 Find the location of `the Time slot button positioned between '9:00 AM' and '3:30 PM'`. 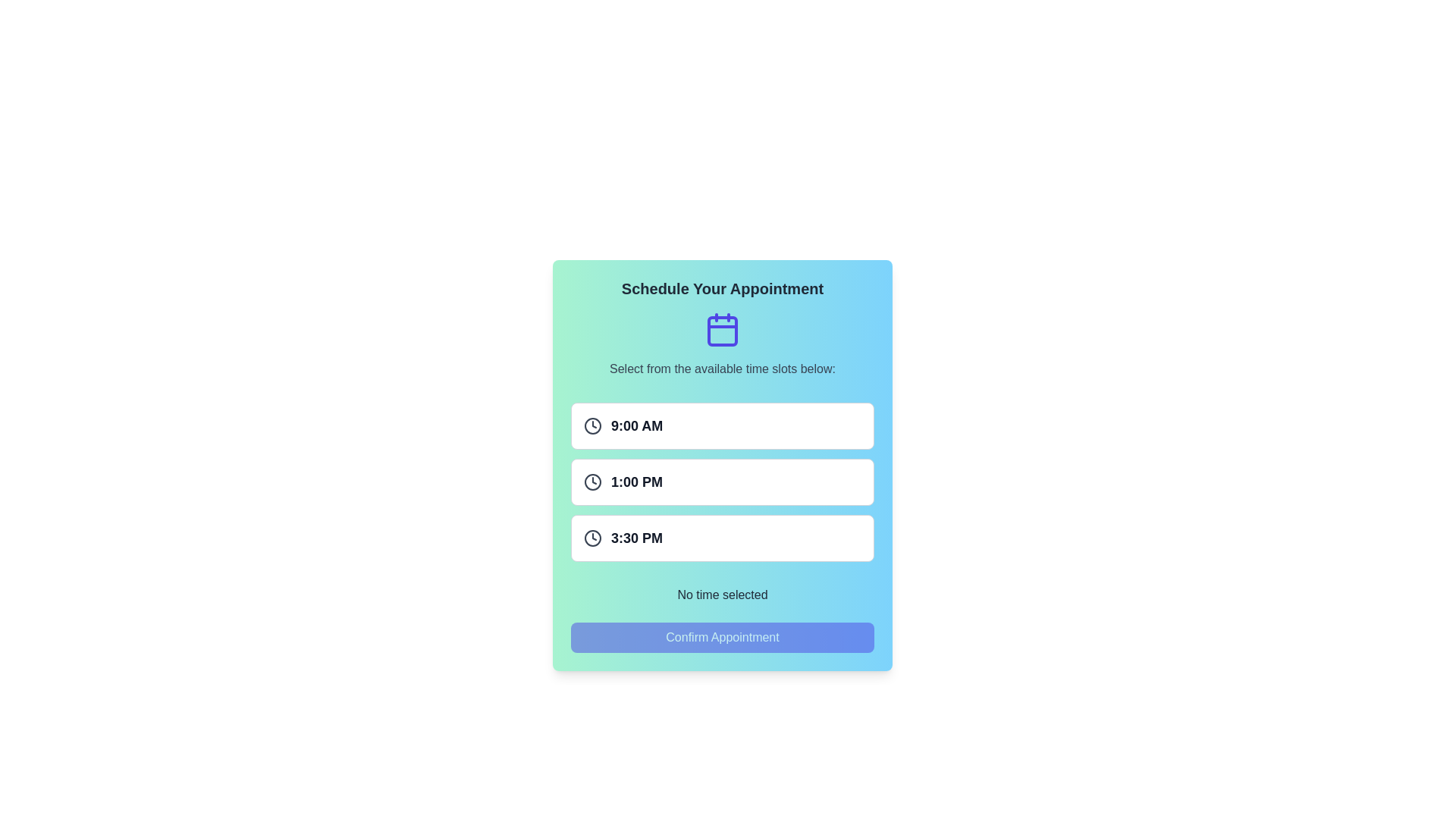

the Time slot button positioned between '9:00 AM' and '3:30 PM' is located at coordinates (722, 482).